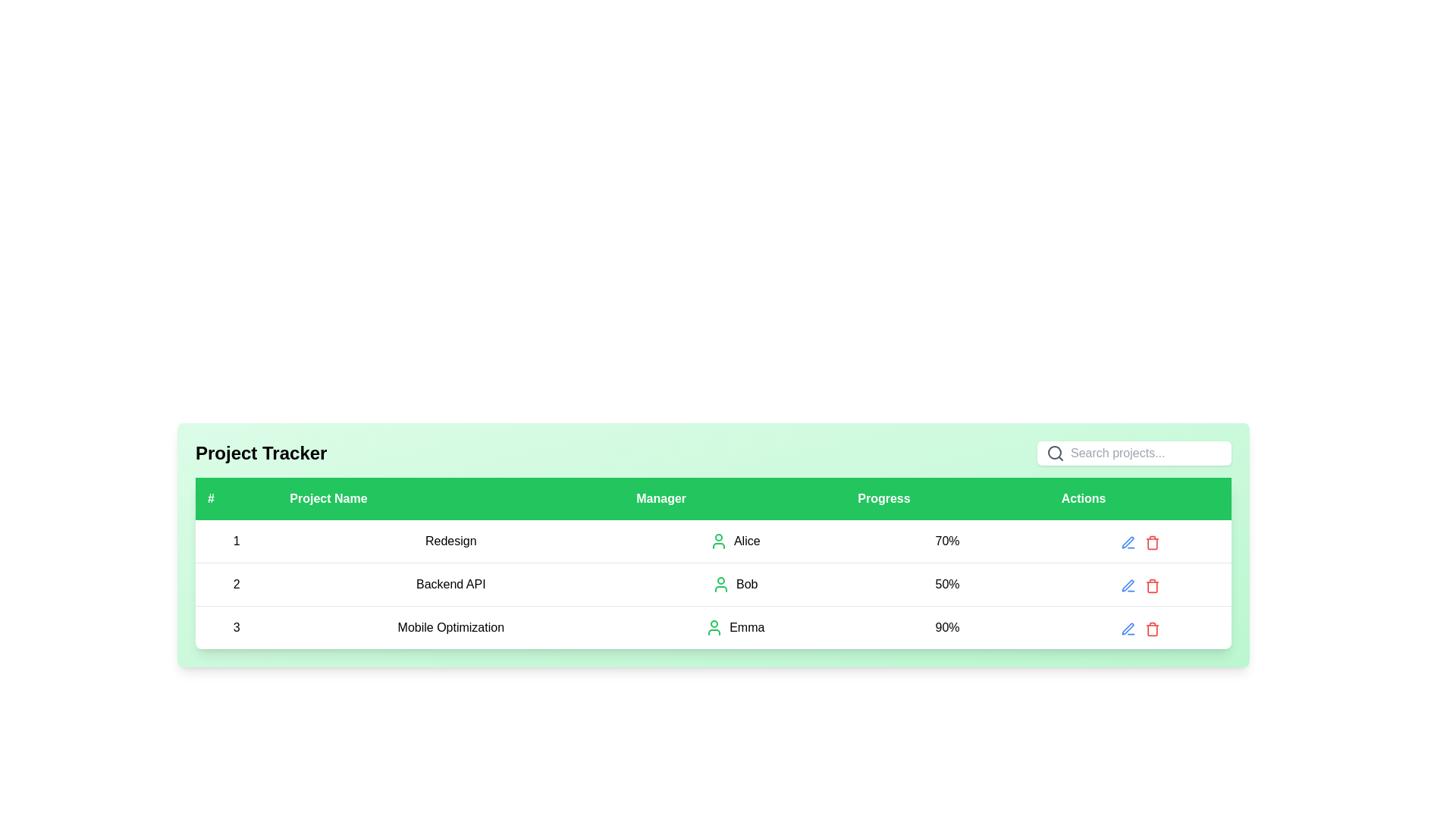 The height and width of the screenshot is (819, 1456). I want to click on the second row in the 'Project Tracker' table that provides details about the 'Backend API' project, so click(712, 584).